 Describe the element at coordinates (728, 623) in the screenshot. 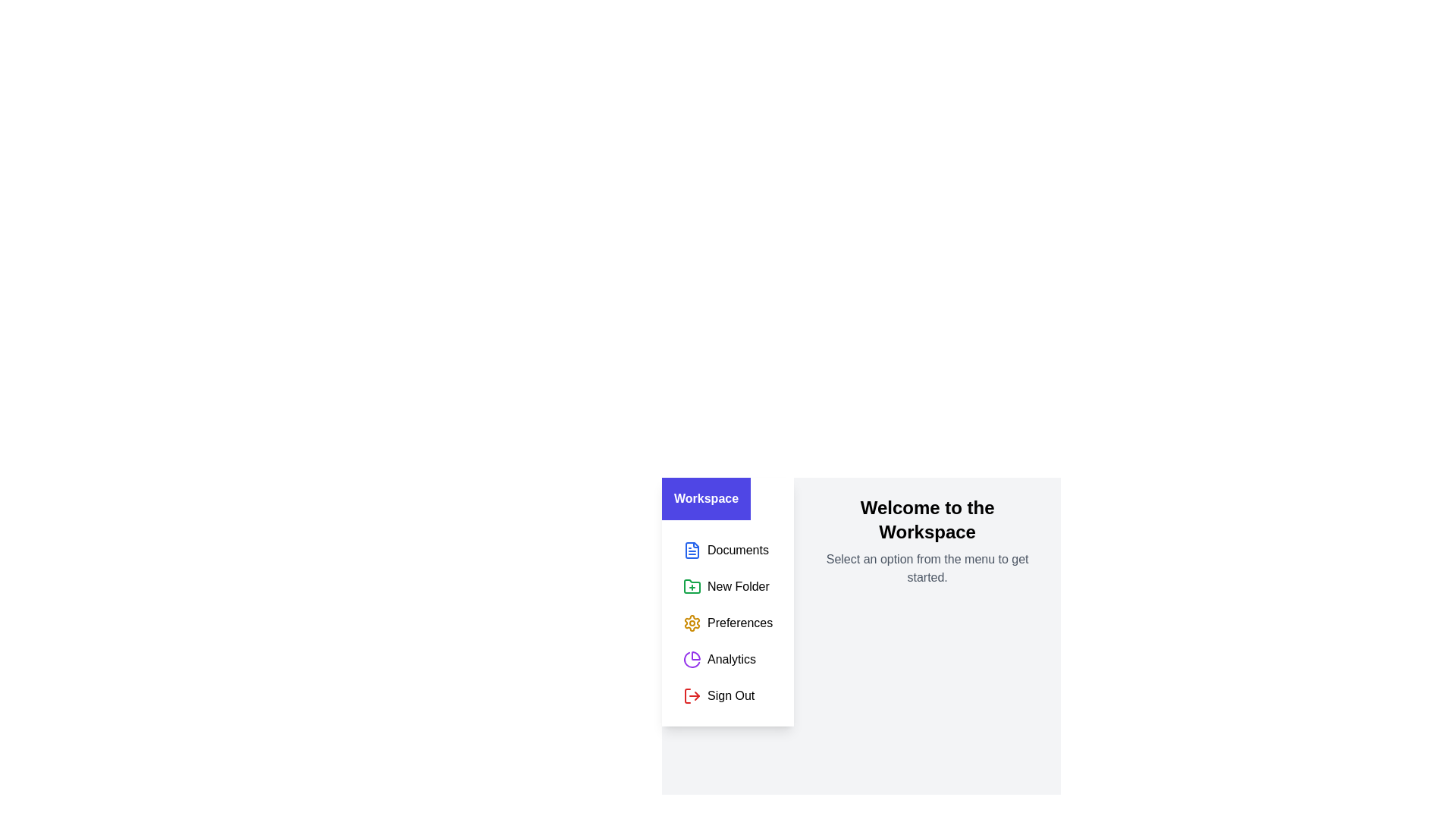

I see `the menu item corresponding to Preferences` at that location.